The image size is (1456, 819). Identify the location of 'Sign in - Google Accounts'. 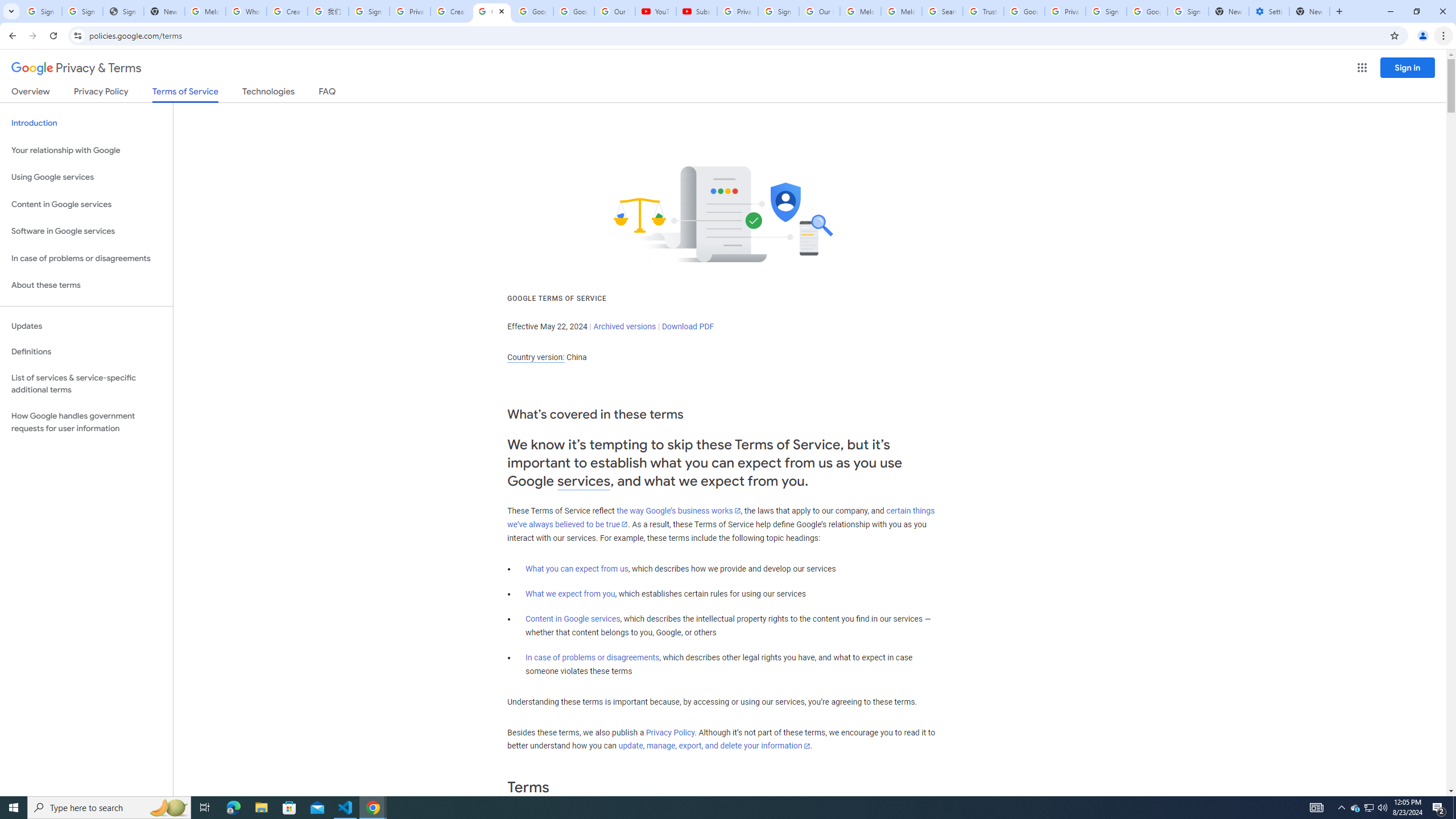
(369, 11).